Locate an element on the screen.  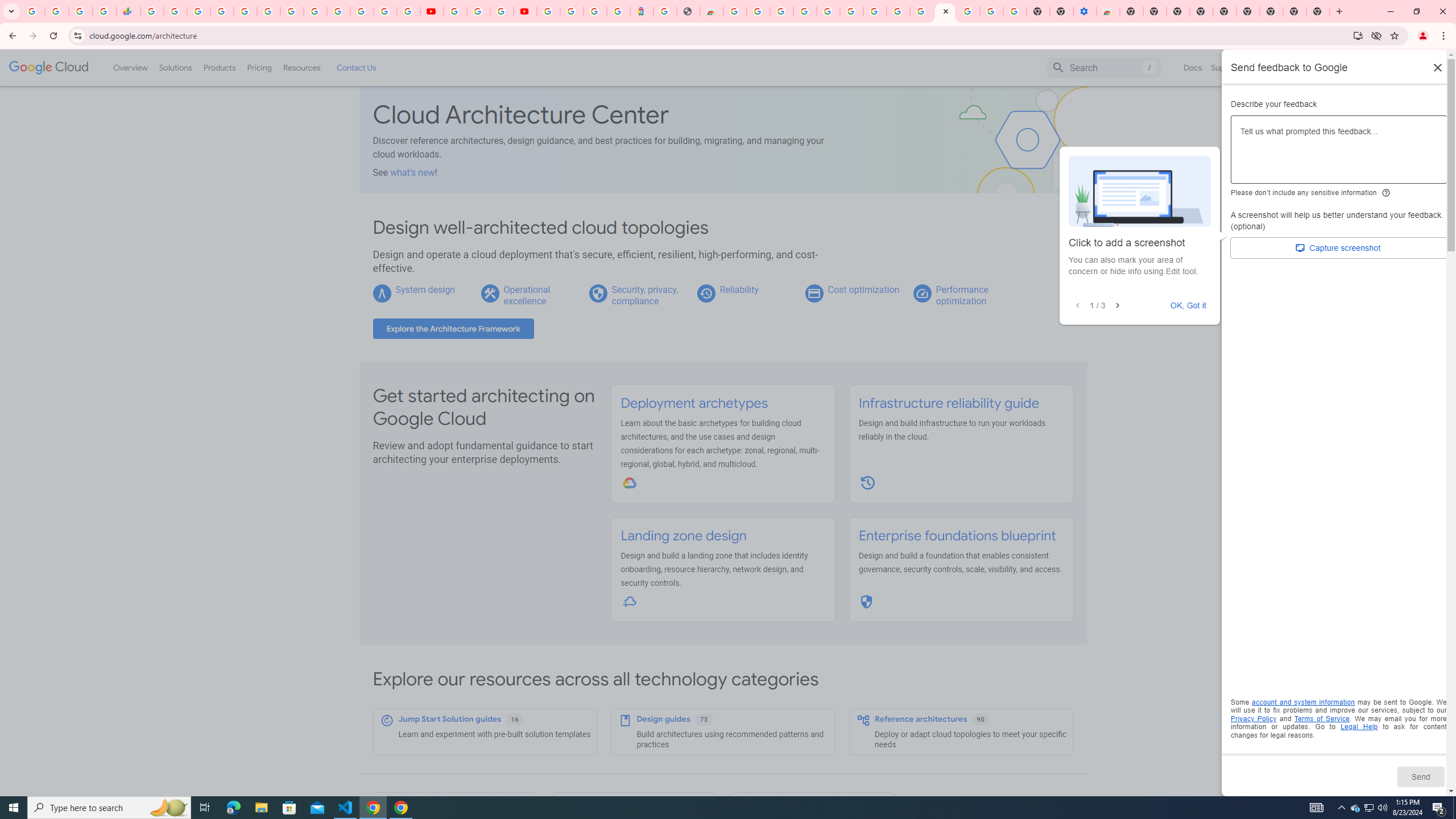
'Opens in a new tab. Legal Help' is located at coordinates (1358, 727).